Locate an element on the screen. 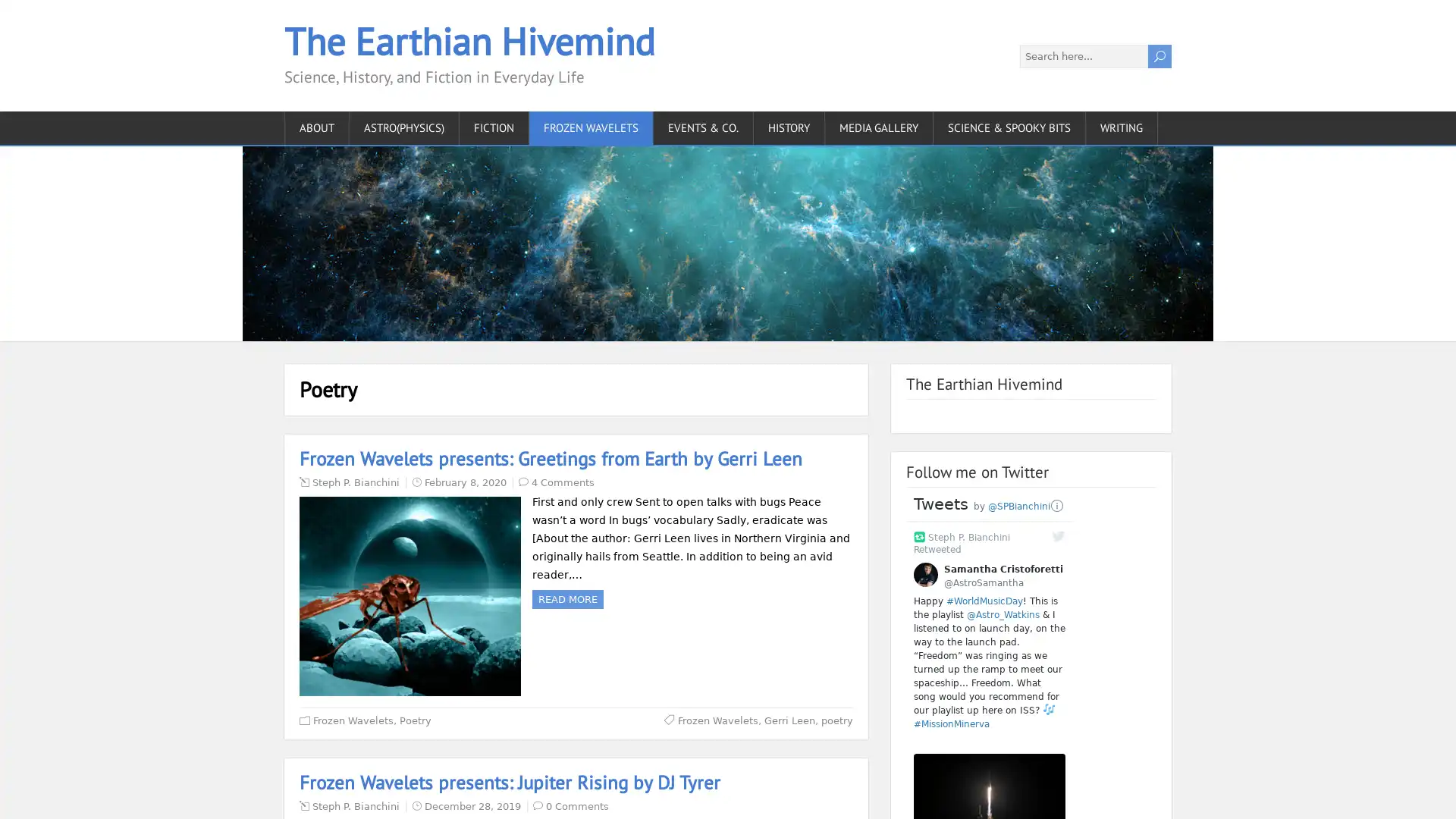 Image resolution: width=1456 pixels, height=819 pixels. U is located at coordinates (1159, 55).